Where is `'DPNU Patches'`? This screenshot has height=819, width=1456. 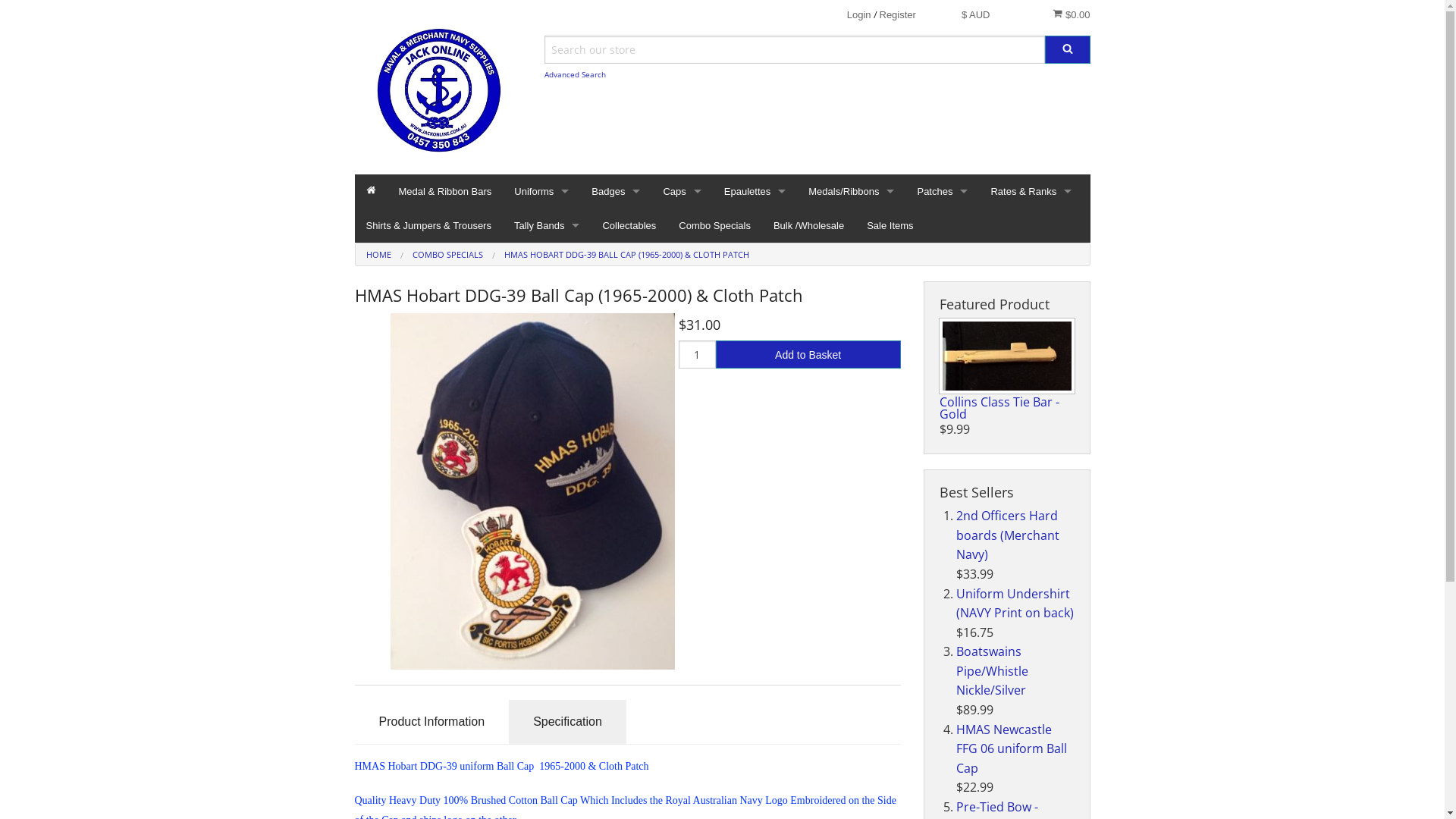
'DPNU Patches' is located at coordinates (941, 347).